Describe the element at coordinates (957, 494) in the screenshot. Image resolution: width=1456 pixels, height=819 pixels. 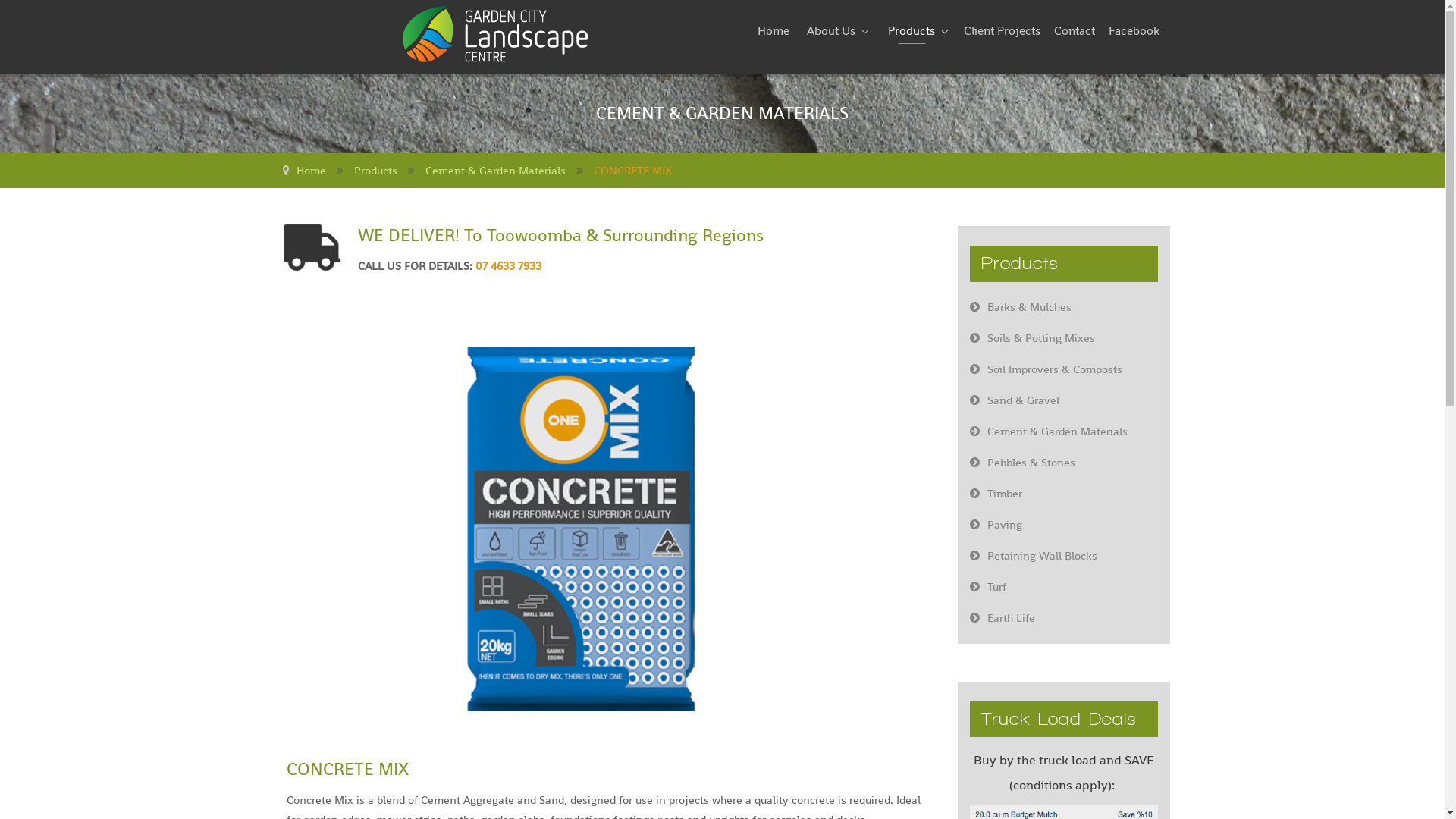
I see `'Timber'` at that location.